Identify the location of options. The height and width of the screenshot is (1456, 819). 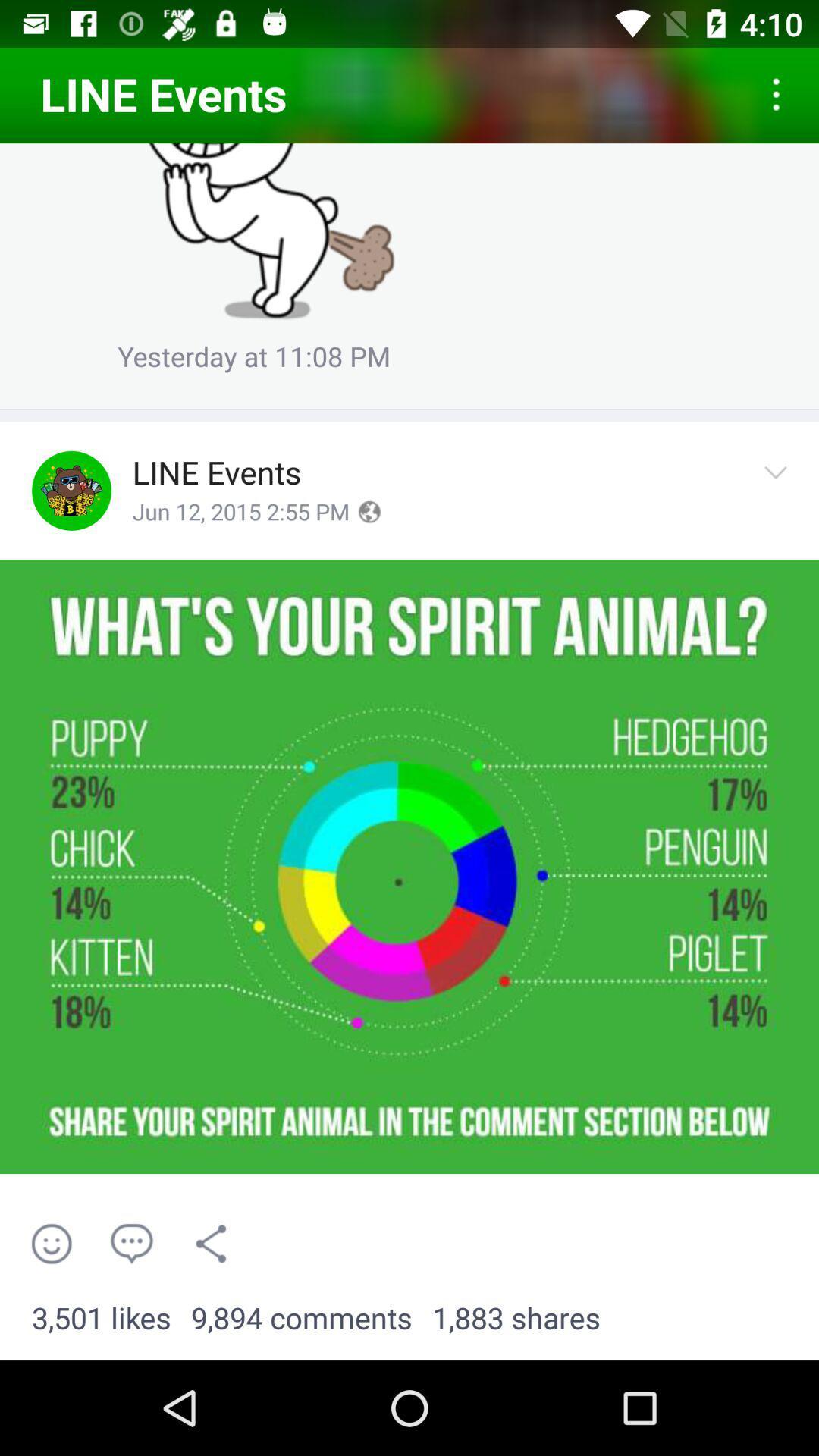
(780, 491).